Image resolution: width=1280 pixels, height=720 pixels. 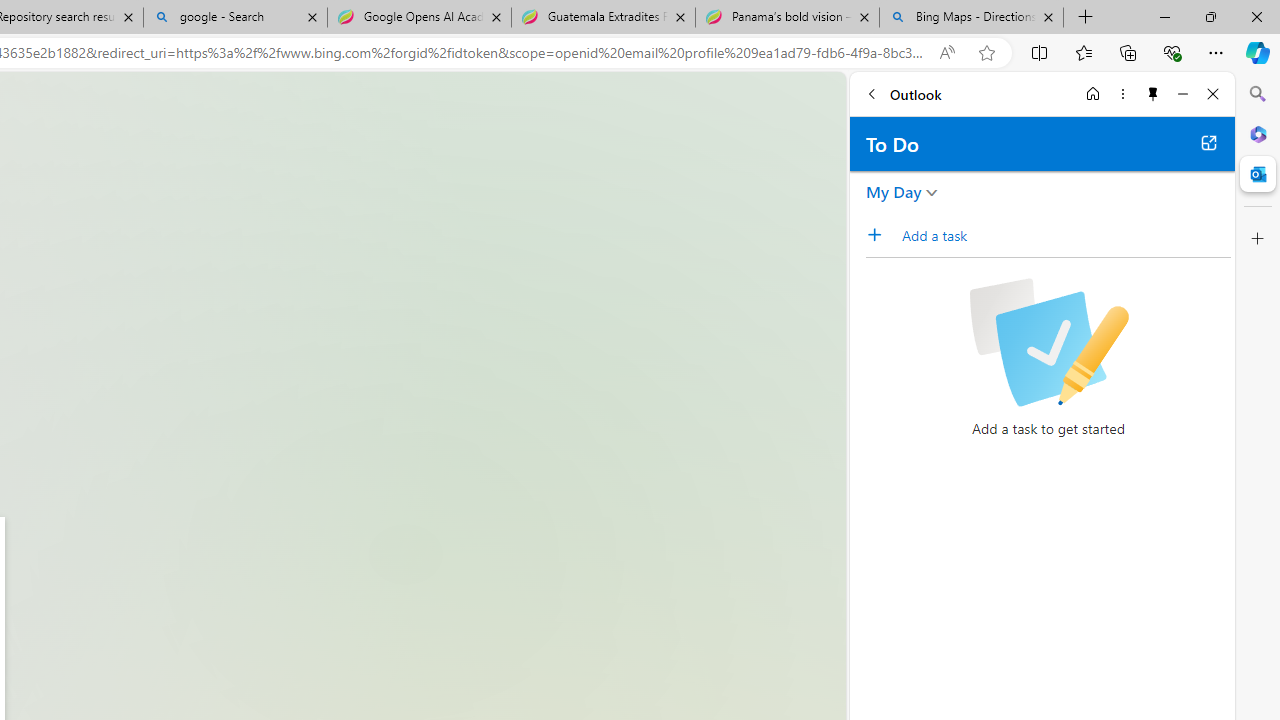 I want to click on 'Unpin side pane', so click(x=1153, y=93).